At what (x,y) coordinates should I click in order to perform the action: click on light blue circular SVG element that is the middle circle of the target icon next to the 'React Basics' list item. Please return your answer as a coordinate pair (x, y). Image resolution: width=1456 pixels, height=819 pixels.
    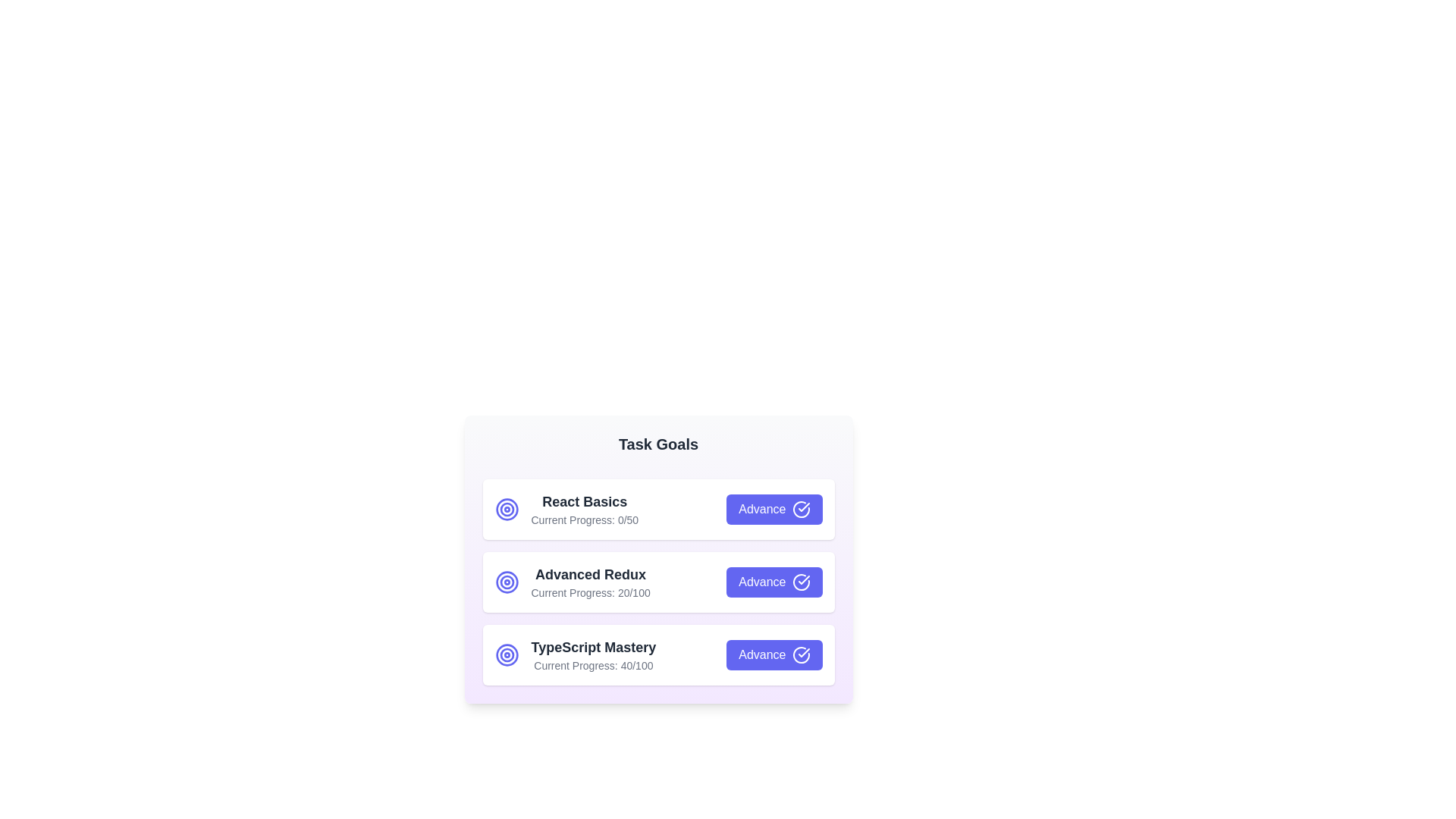
    Looking at the image, I should click on (507, 654).